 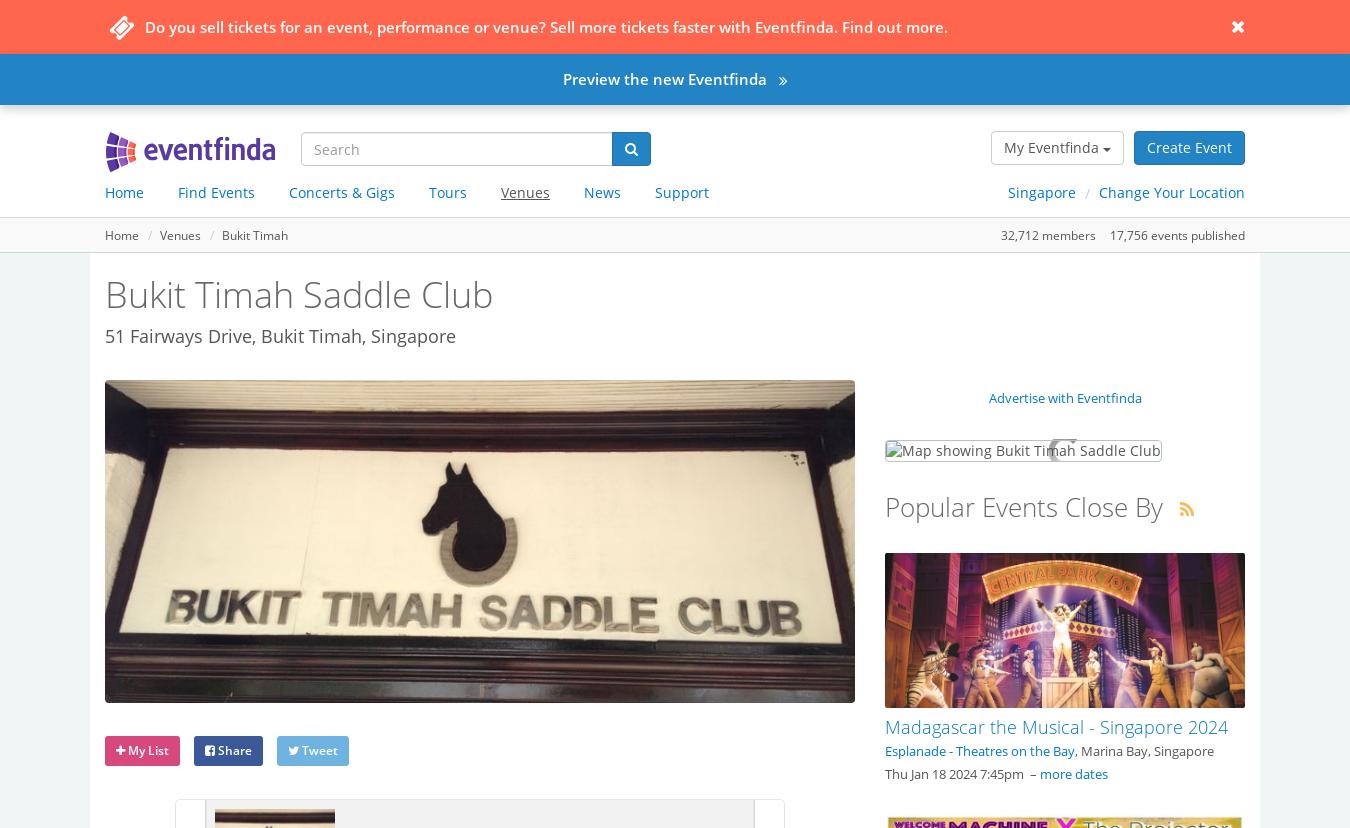 What do you see at coordinates (347, 26) in the screenshot?
I see `'Do you sell tickets for an event, performance or venue?'` at bounding box center [347, 26].